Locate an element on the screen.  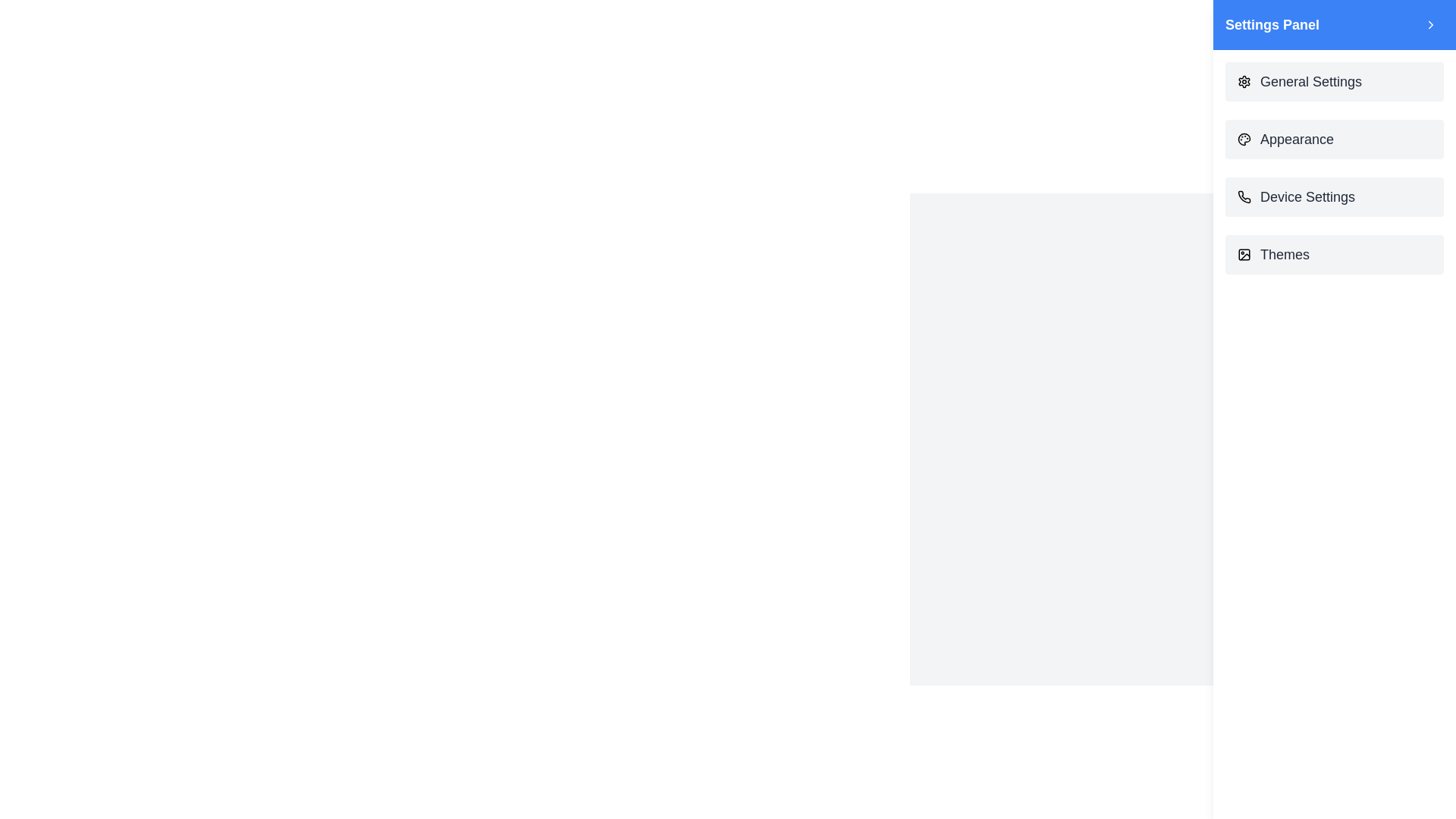
the small blue rounded button with a chevron icon located on the top-right corner of the 'Settings Panel' for keyboard navigation is located at coordinates (1429, 25).